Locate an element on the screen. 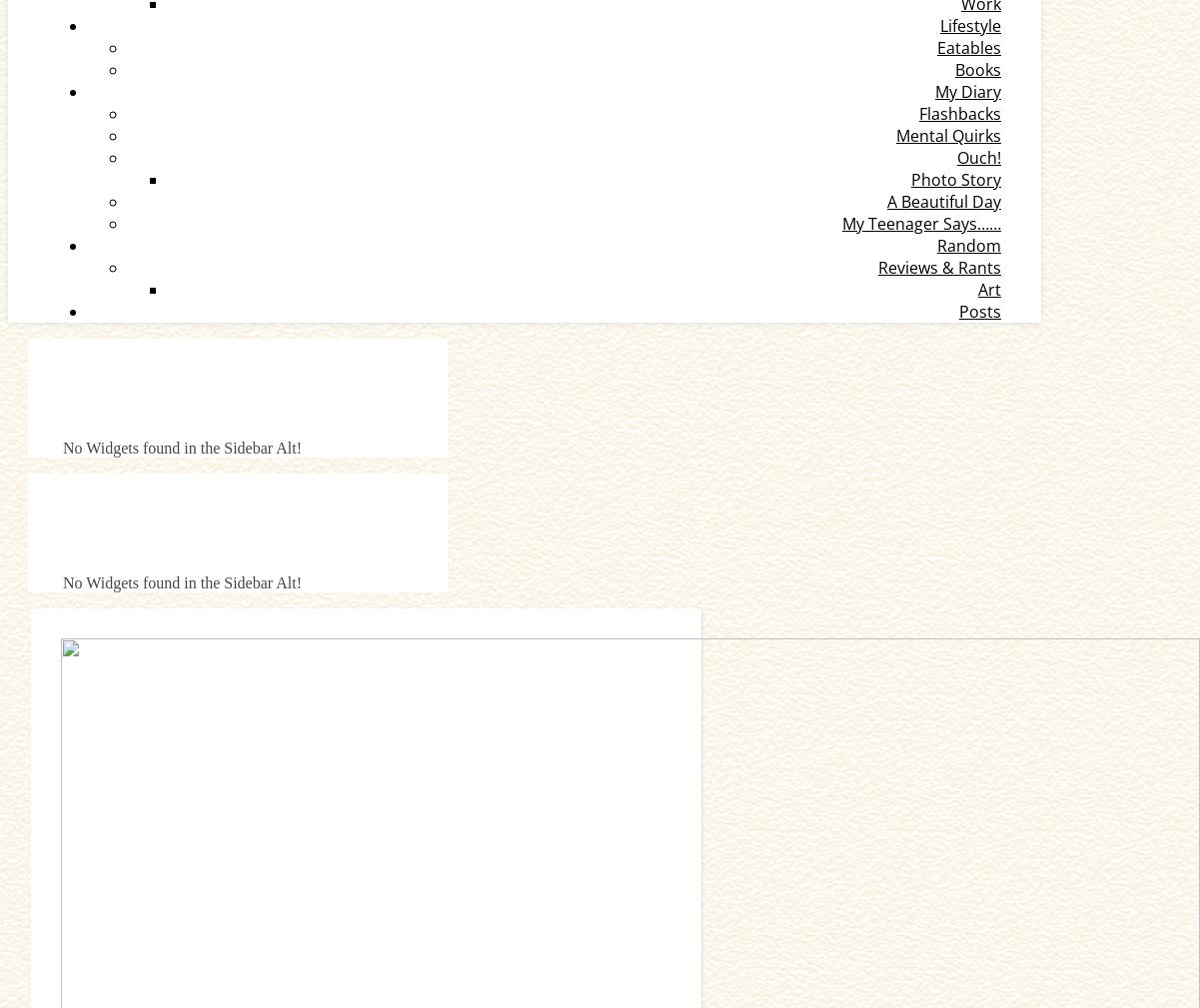 This screenshot has height=1008, width=1200. 'Art' is located at coordinates (989, 288).